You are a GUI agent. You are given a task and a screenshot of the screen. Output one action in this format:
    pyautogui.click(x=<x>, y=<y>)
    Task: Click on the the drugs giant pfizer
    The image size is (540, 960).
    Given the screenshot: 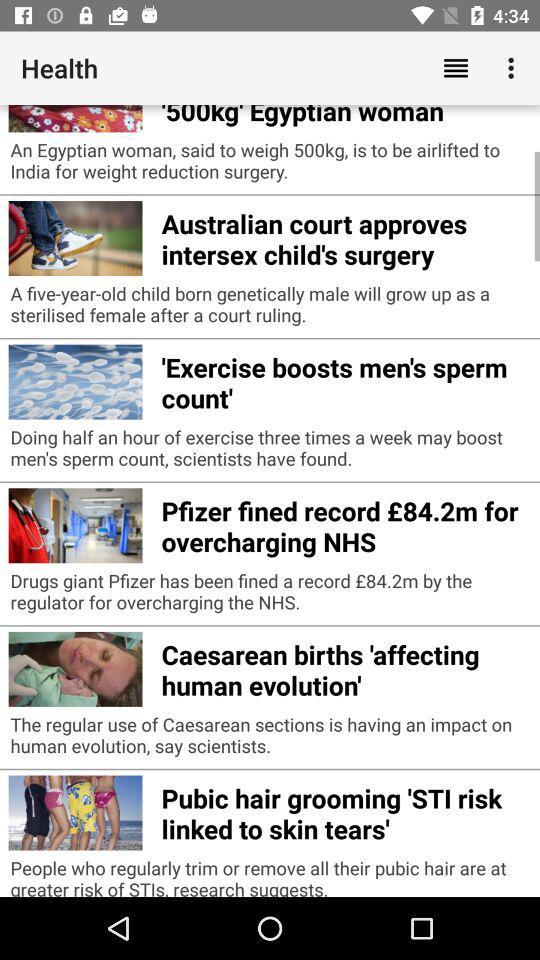 What is the action you would take?
    pyautogui.click(x=270, y=596)
    